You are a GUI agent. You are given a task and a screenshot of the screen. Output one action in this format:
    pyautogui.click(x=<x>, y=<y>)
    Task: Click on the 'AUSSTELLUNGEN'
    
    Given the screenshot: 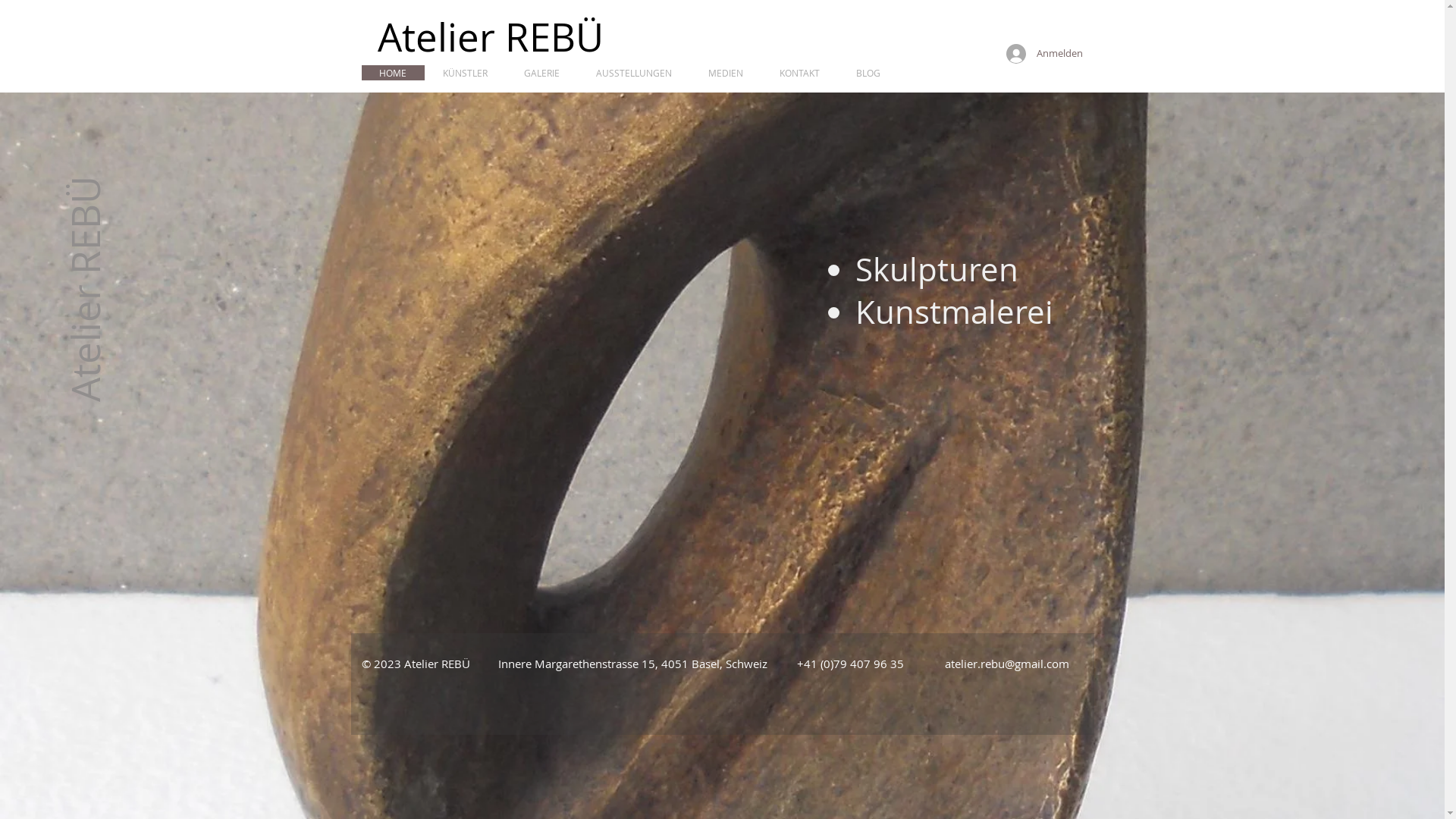 What is the action you would take?
    pyautogui.click(x=633, y=73)
    